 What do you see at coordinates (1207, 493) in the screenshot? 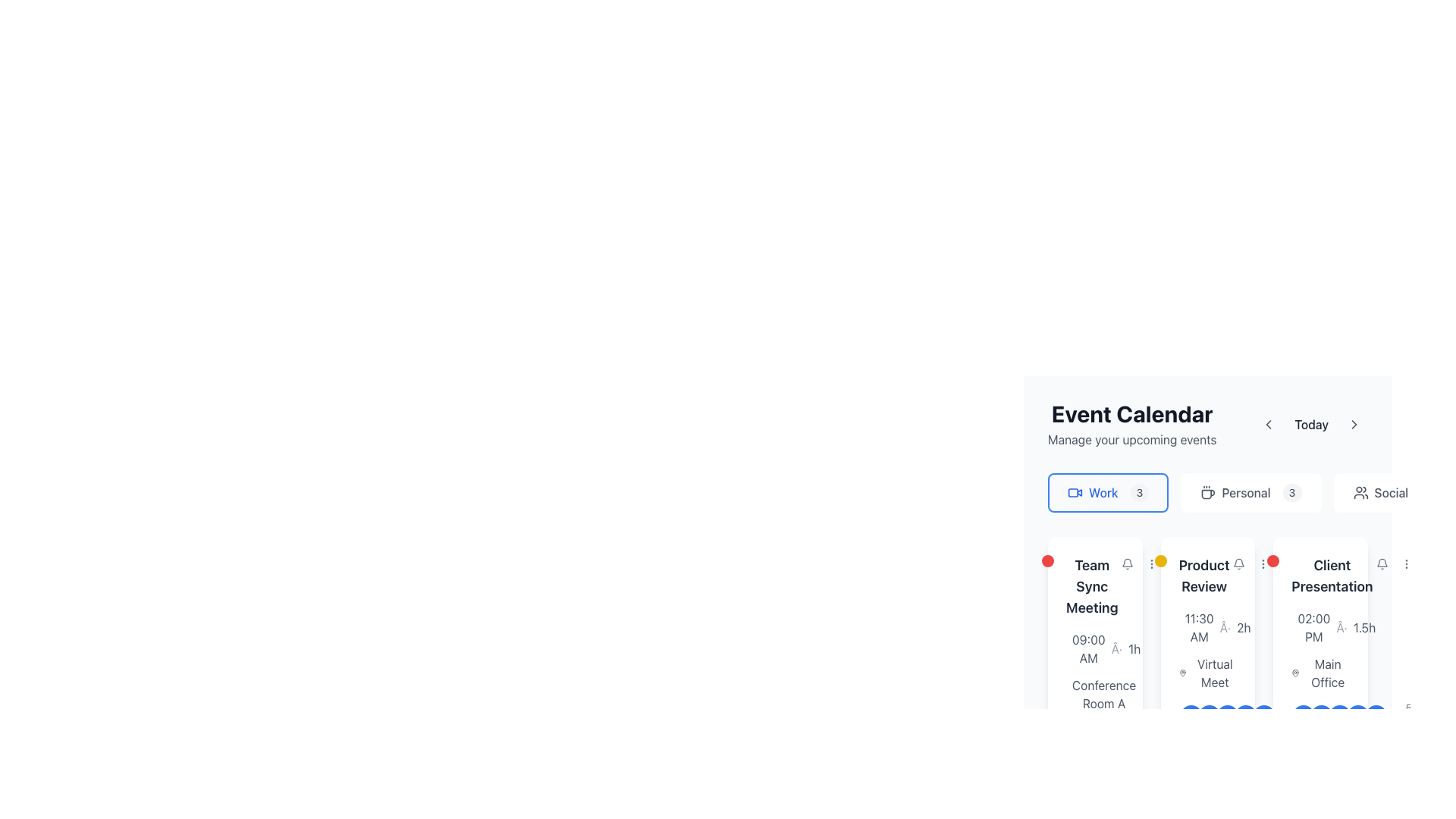
I see `the coffee cup SVG icon located on the 'Personal 3' button in the event calendar interface` at bounding box center [1207, 493].